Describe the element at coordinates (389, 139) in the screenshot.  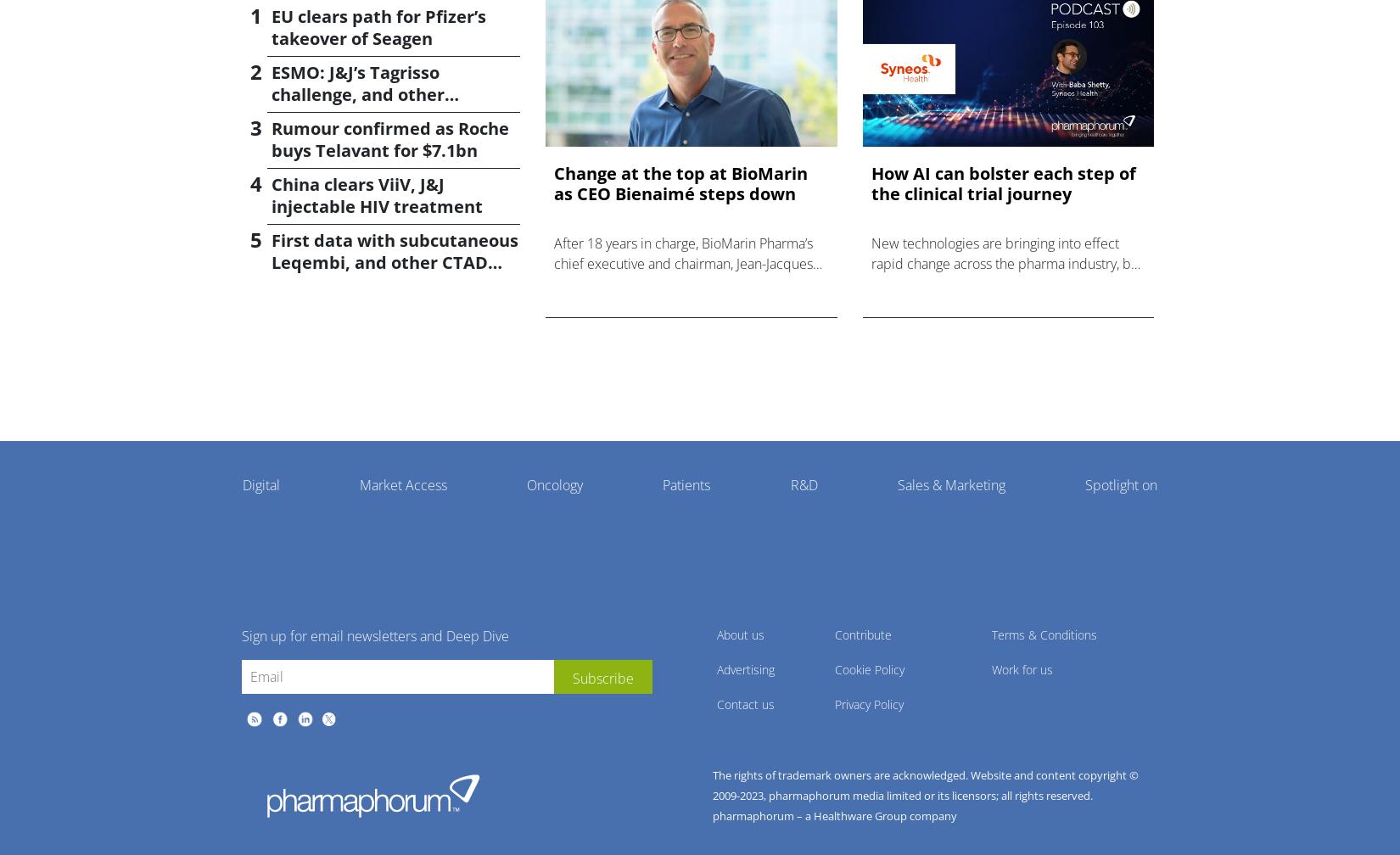
I see `'Rumour confirmed as Roche buys Telavant for $7.1bn'` at that location.